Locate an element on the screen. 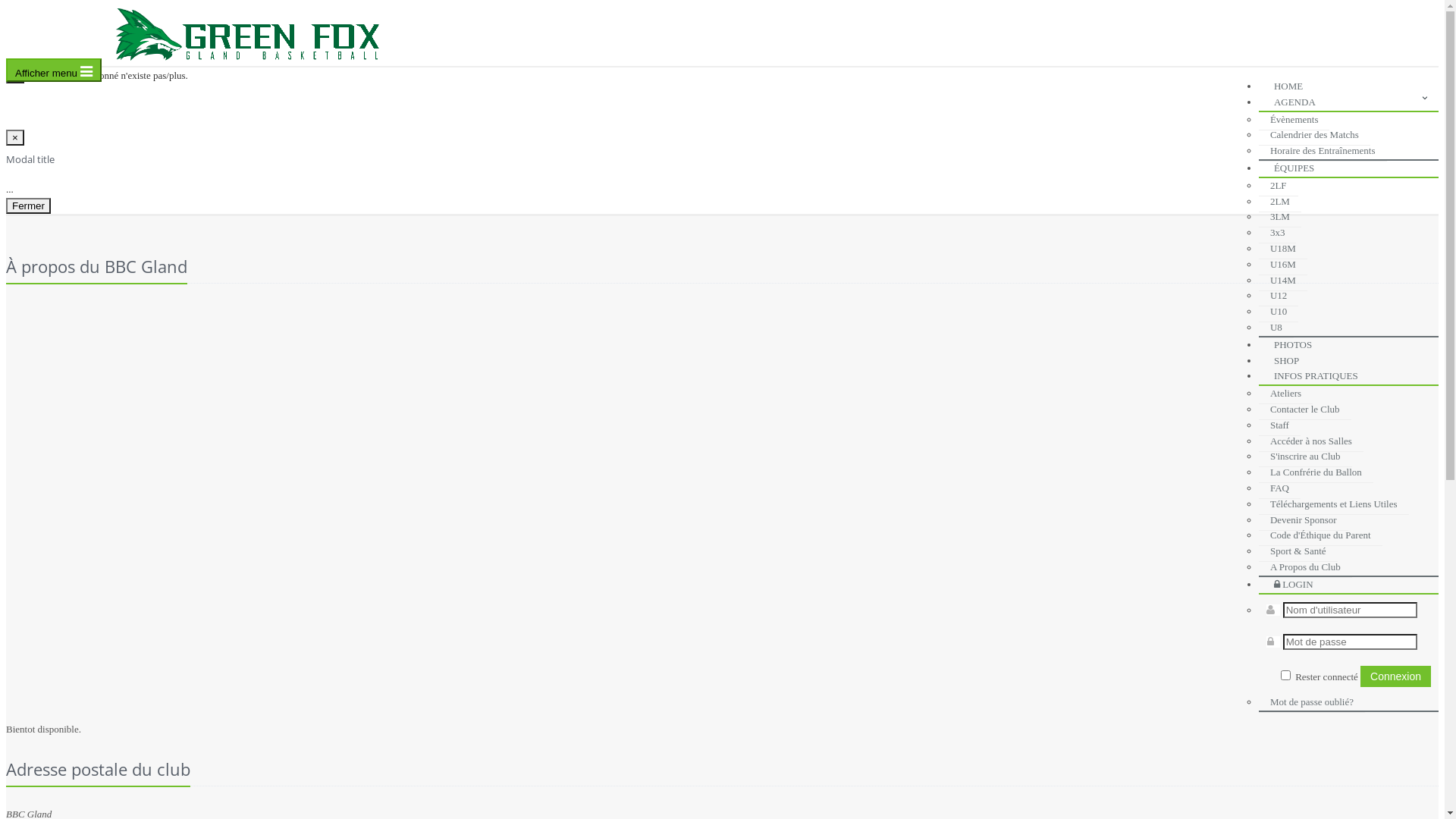 The image size is (1456, 819). '3LM' is located at coordinates (1279, 216).